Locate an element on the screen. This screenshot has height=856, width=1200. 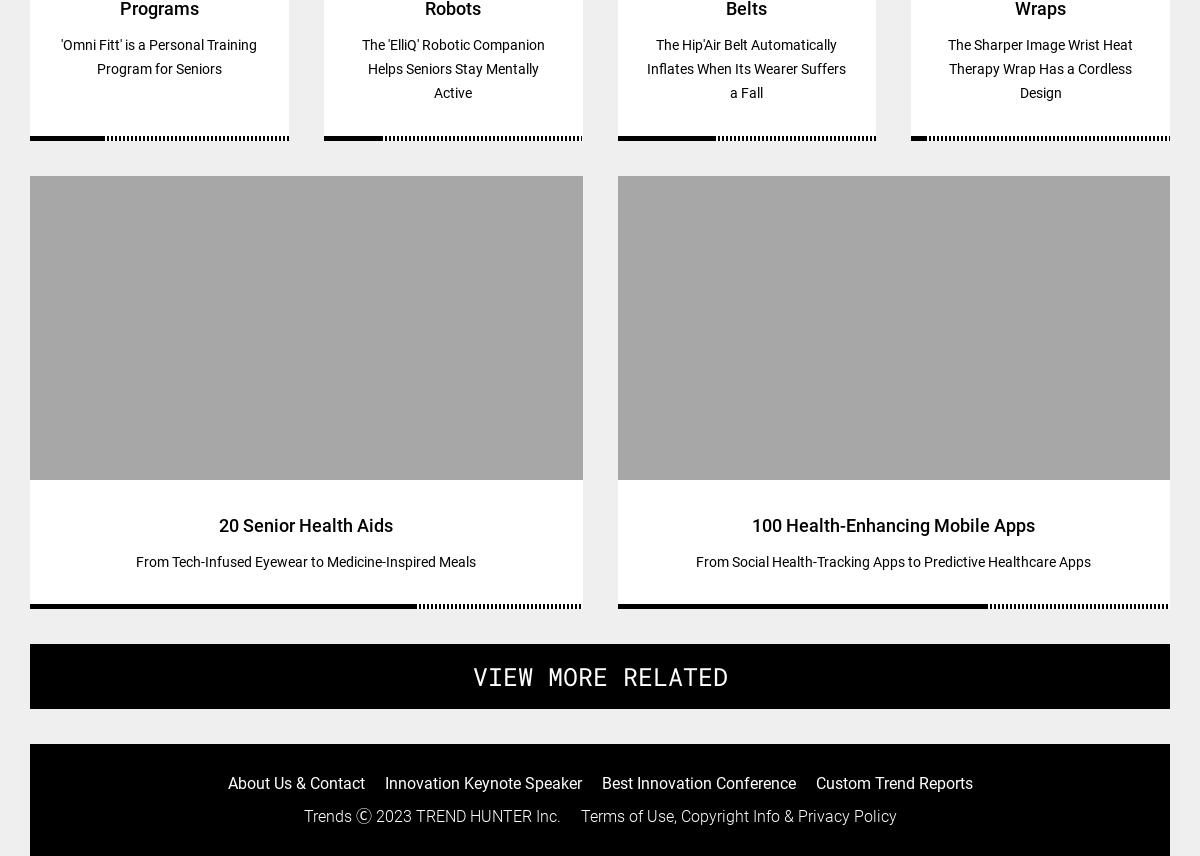
'20 Senior Health Aids' is located at coordinates (306, 524).